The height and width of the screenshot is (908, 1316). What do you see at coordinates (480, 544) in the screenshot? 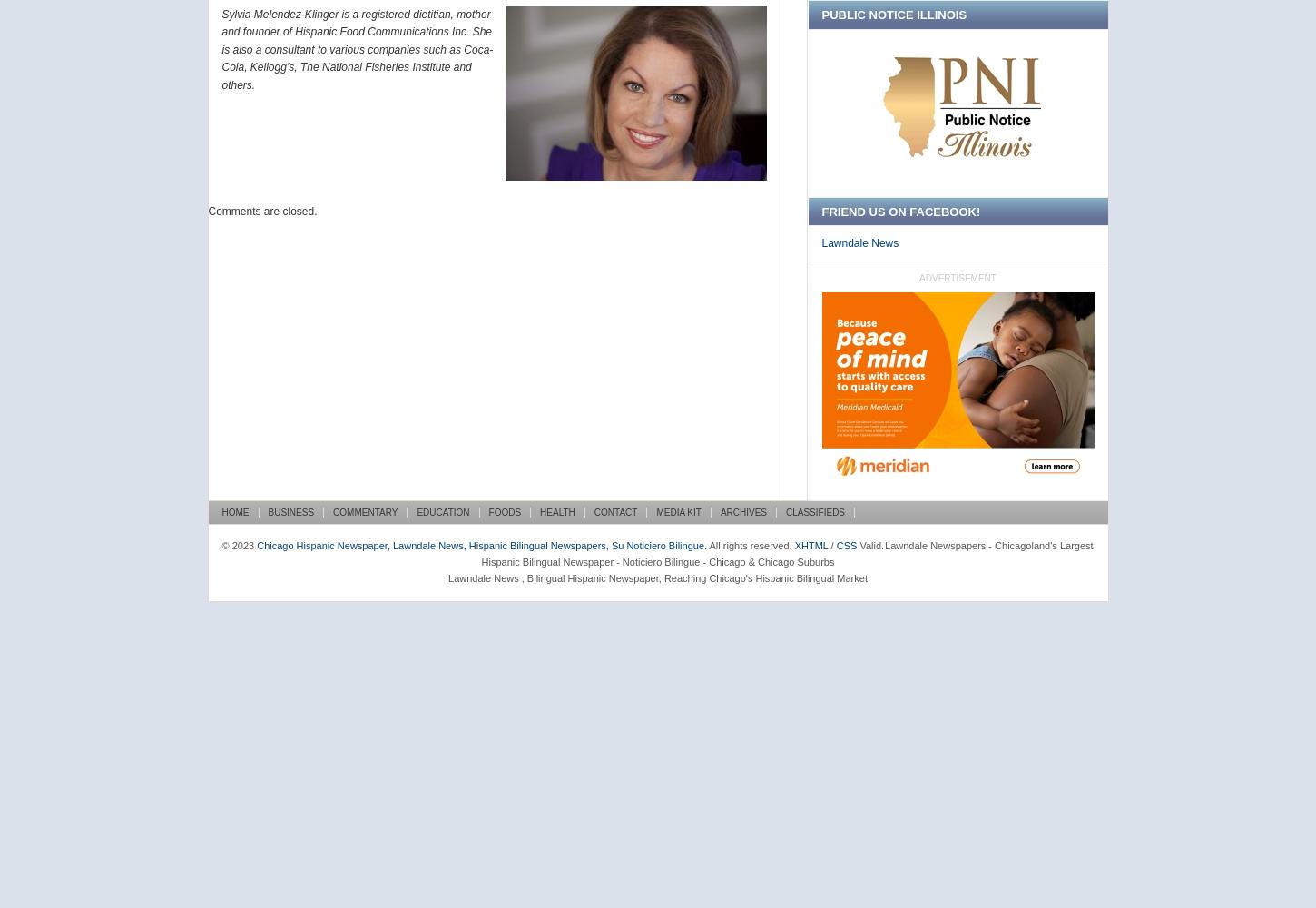
I see `'Chicago Hispanic Newspaper, Lawndale News,  Hispanic Bilingual Newspapers, Su Noticiero Bilingue'` at bounding box center [480, 544].